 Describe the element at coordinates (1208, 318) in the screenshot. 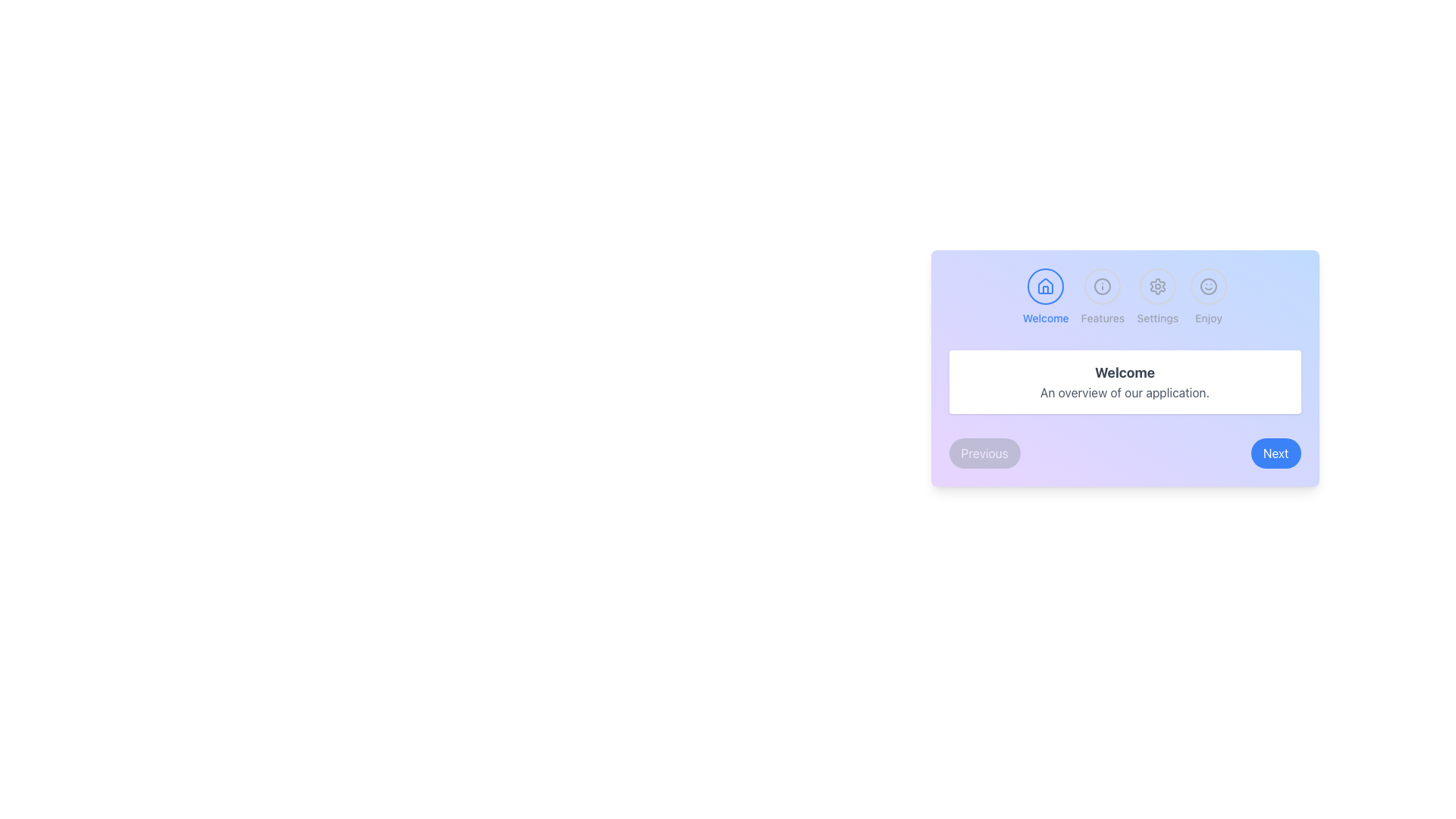

I see `the static text label that displays the word 'Enjoy', which is styled with medium font weight and located at the top of the interface, directly below a smiling face icon` at that location.